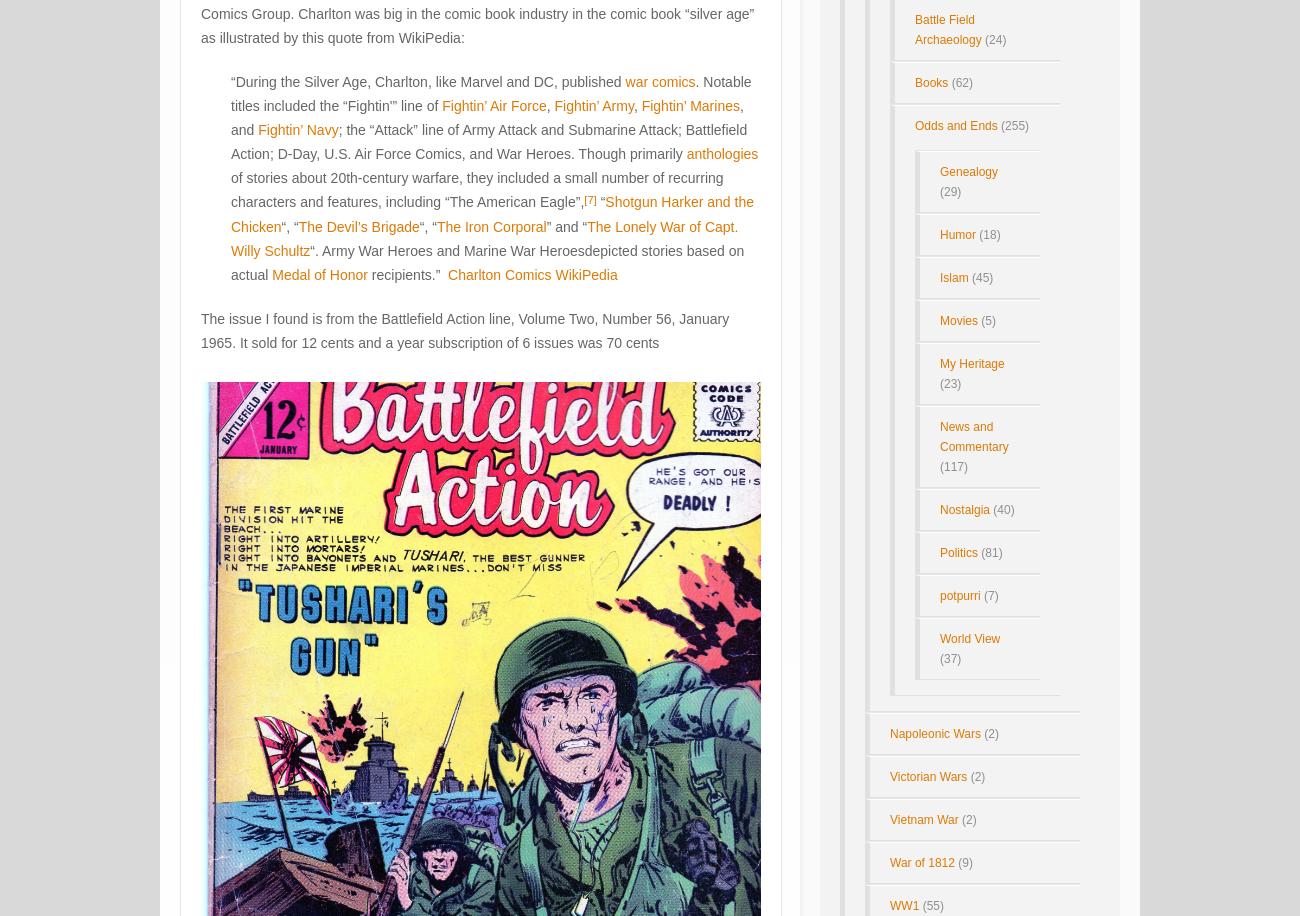 The height and width of the screenshot is (916, 1300). Describe the element at coordinates (931, 81) in the screenshot. I see `'Books'` at that location.